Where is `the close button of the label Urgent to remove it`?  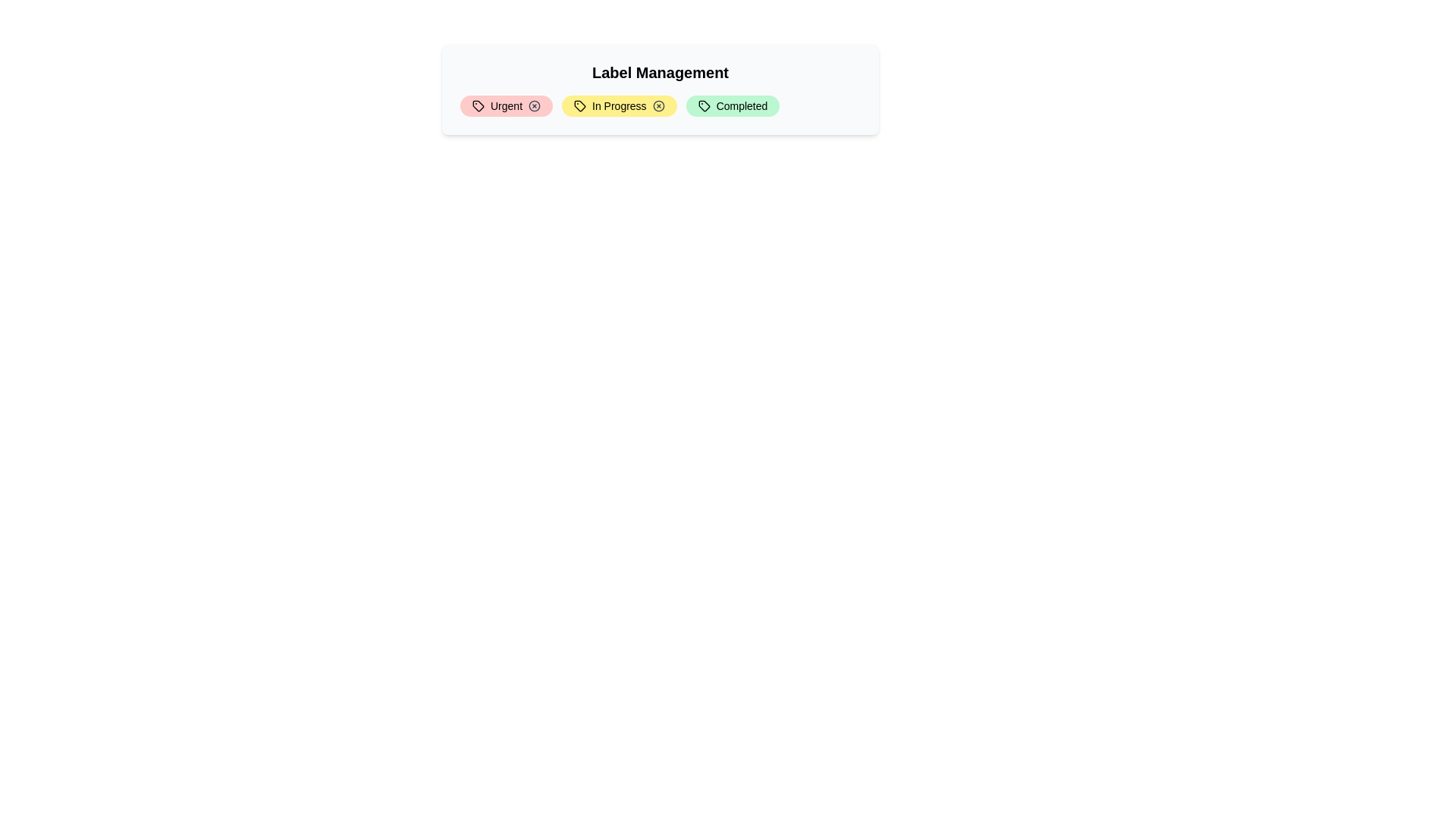 the close button of the label Urgent to remove it is located at coordinates (535, 105).